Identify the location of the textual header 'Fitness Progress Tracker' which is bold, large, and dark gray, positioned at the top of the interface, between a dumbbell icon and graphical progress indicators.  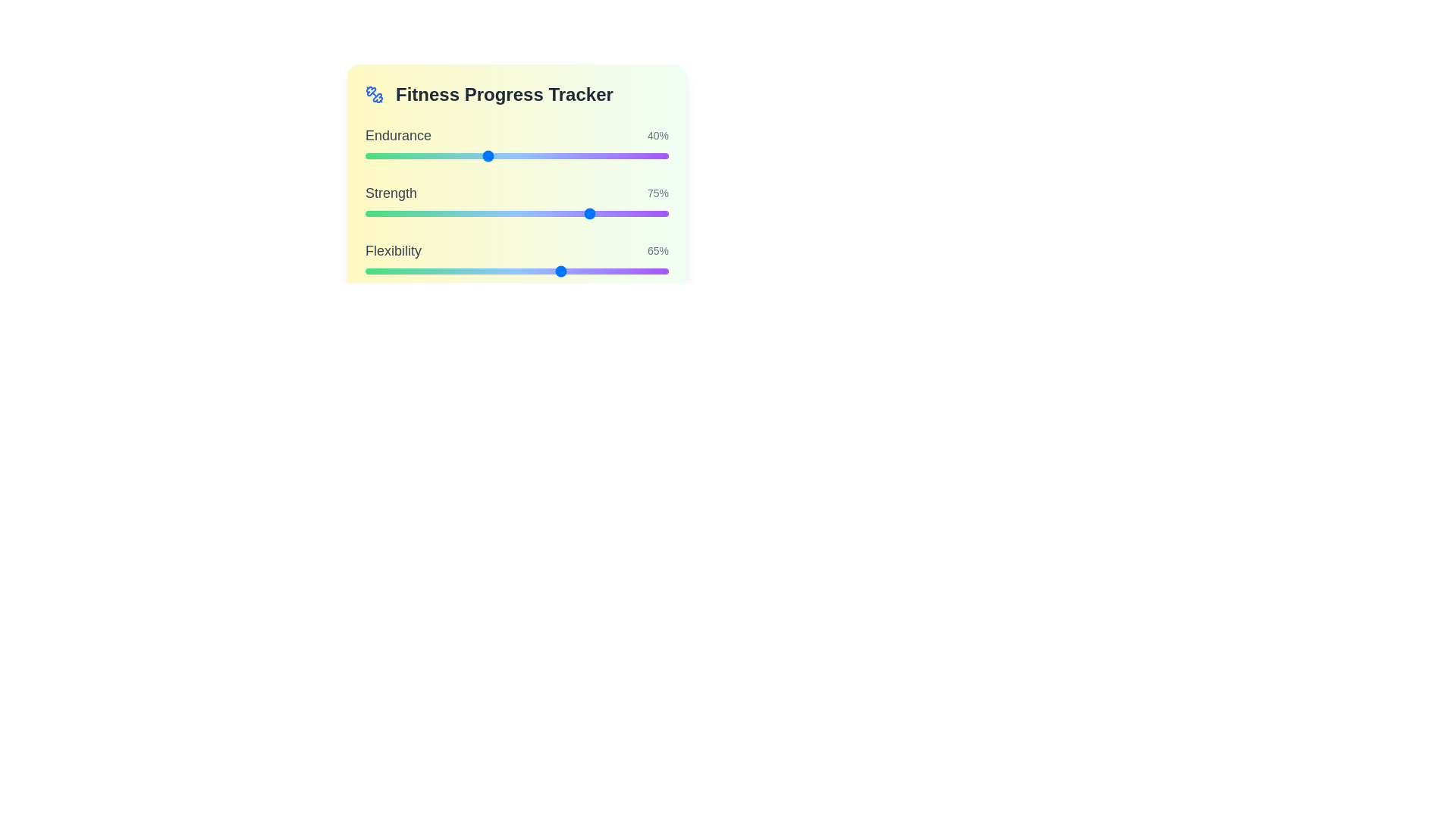
(504, 94).